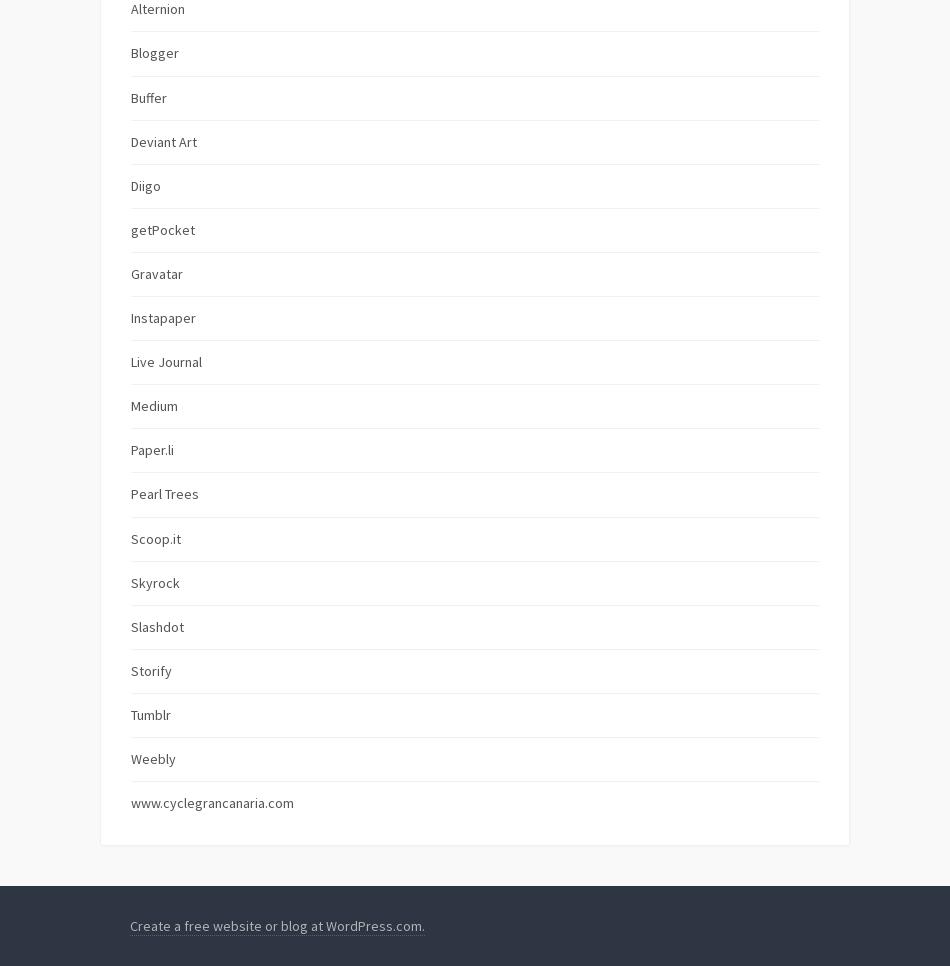 The height and width of the screenshot is (966, 950). What do you see at coordinates (157, 272) in the screenshot?
I see `'Gravatar'` at bounding box center [157, 272].